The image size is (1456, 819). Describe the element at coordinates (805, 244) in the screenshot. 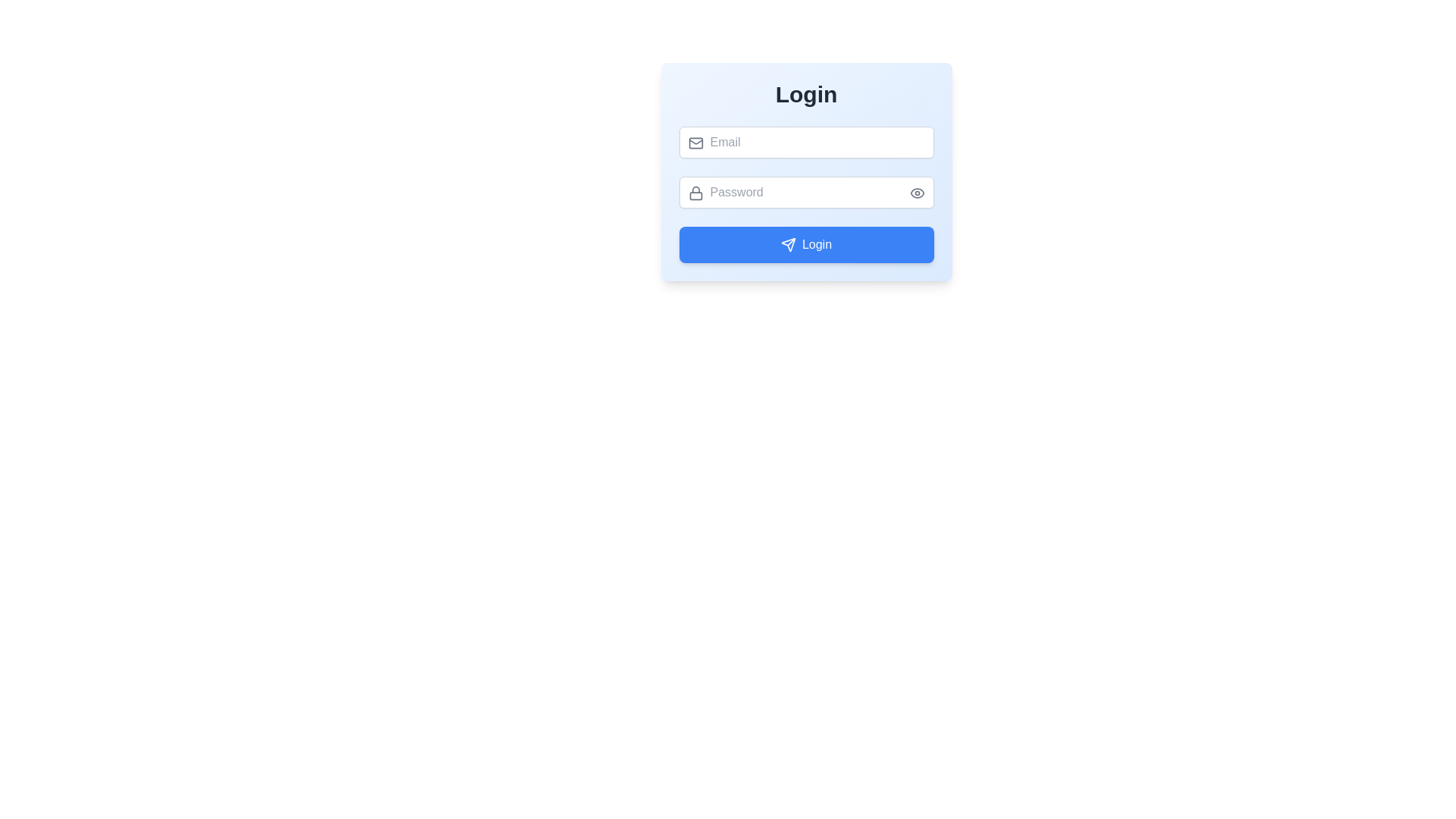

I see `the submission button located at the bottom of the 'Login' card, which triggers the hover effect` at that location.